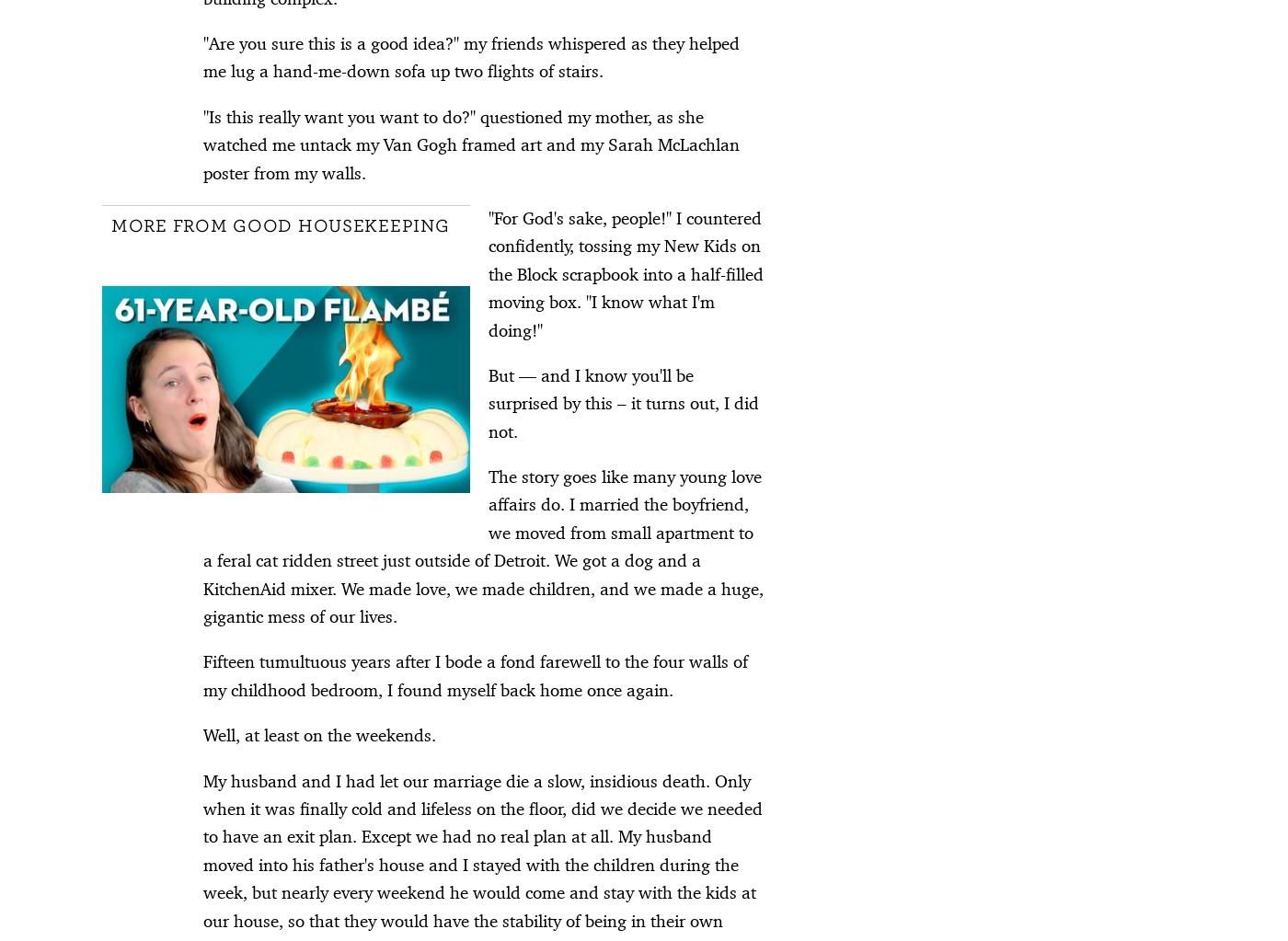  Describe the element at coordinates (413, 753) in the screenshot. I see `'Contact Us'` at that location.